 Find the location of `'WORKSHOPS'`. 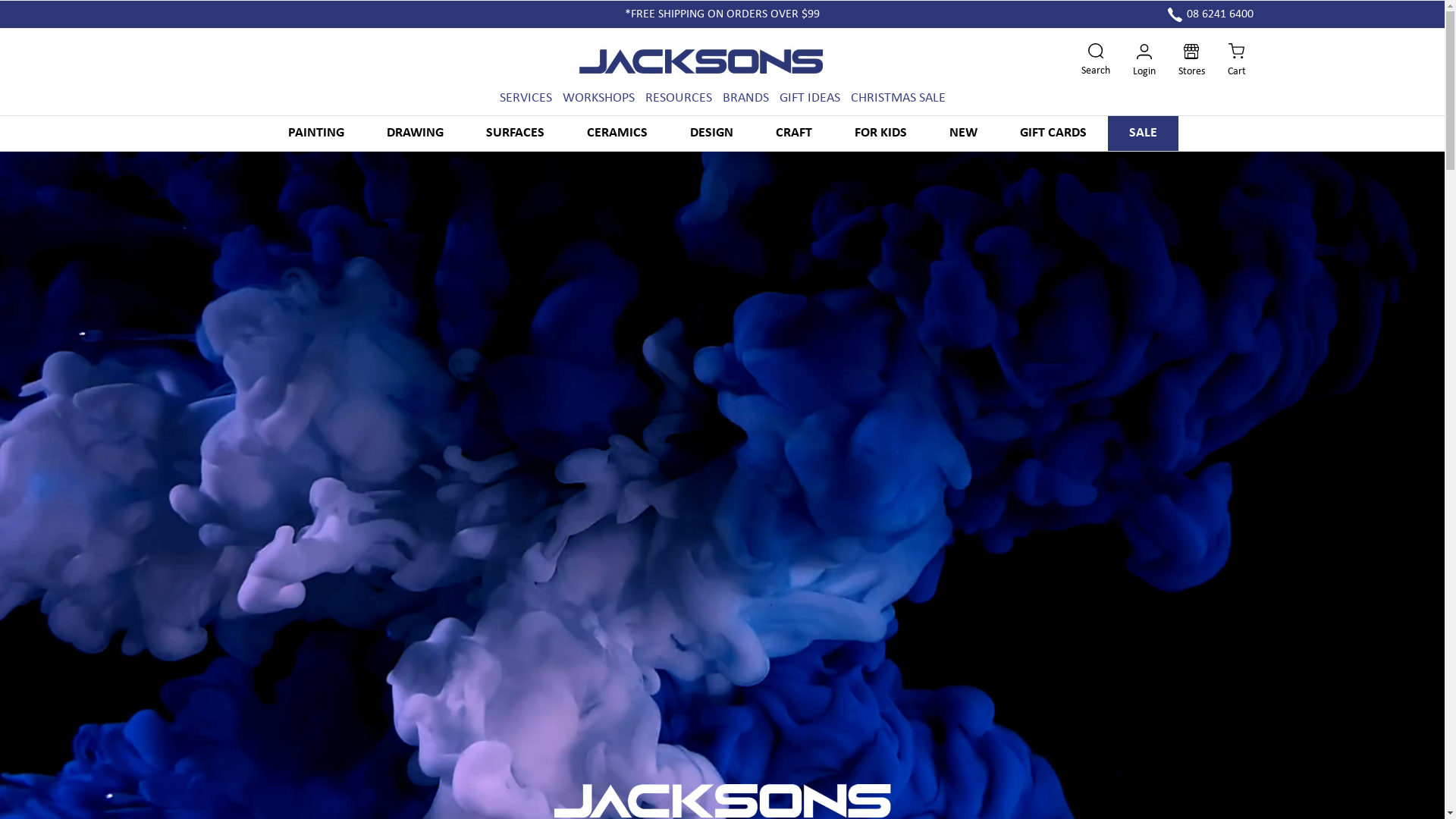

'WORKSHOPS' is located at coordinates (562, 98).